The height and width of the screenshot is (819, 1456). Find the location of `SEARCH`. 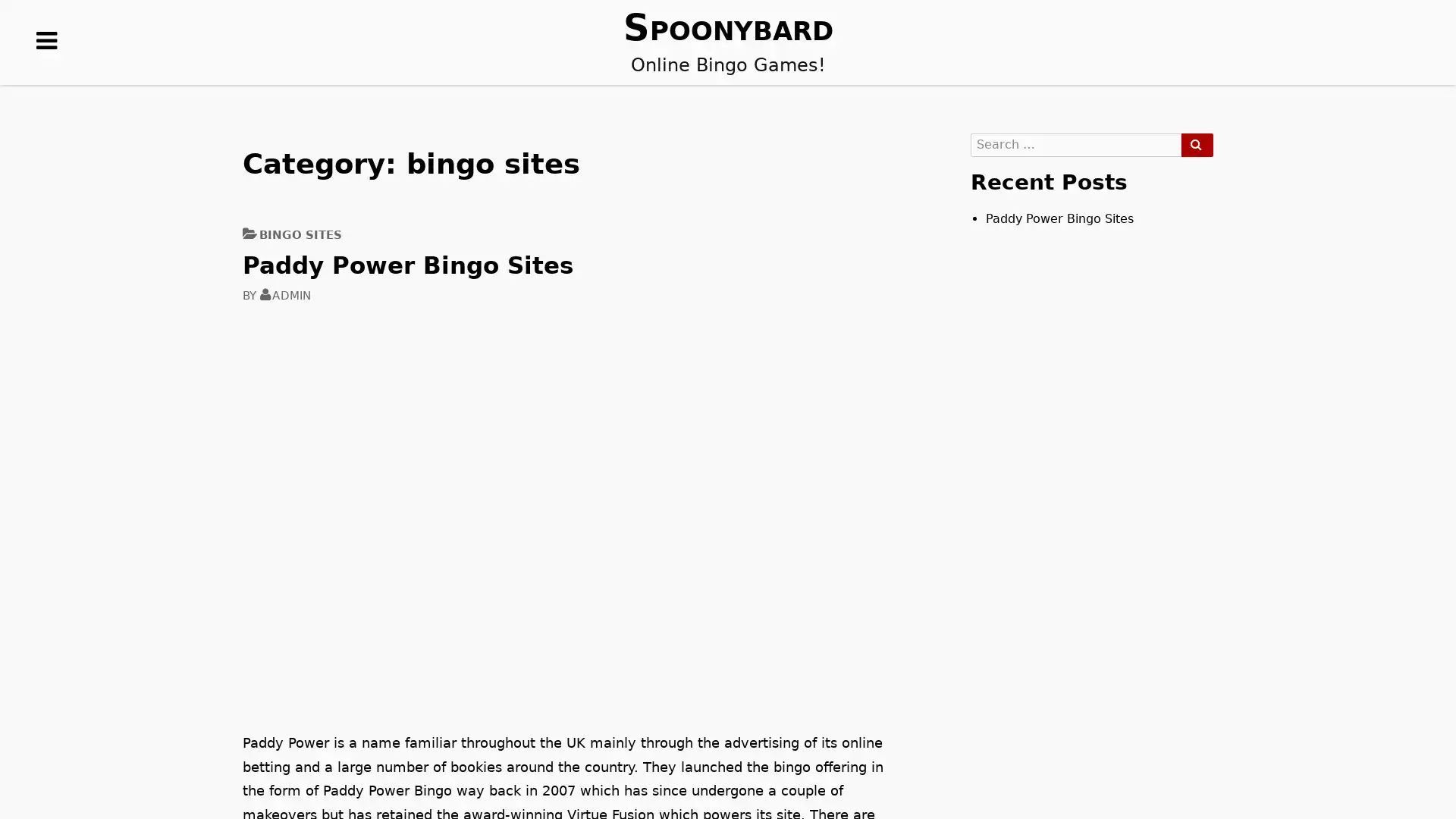

SEARCH is located at coordinates (1196, 145).